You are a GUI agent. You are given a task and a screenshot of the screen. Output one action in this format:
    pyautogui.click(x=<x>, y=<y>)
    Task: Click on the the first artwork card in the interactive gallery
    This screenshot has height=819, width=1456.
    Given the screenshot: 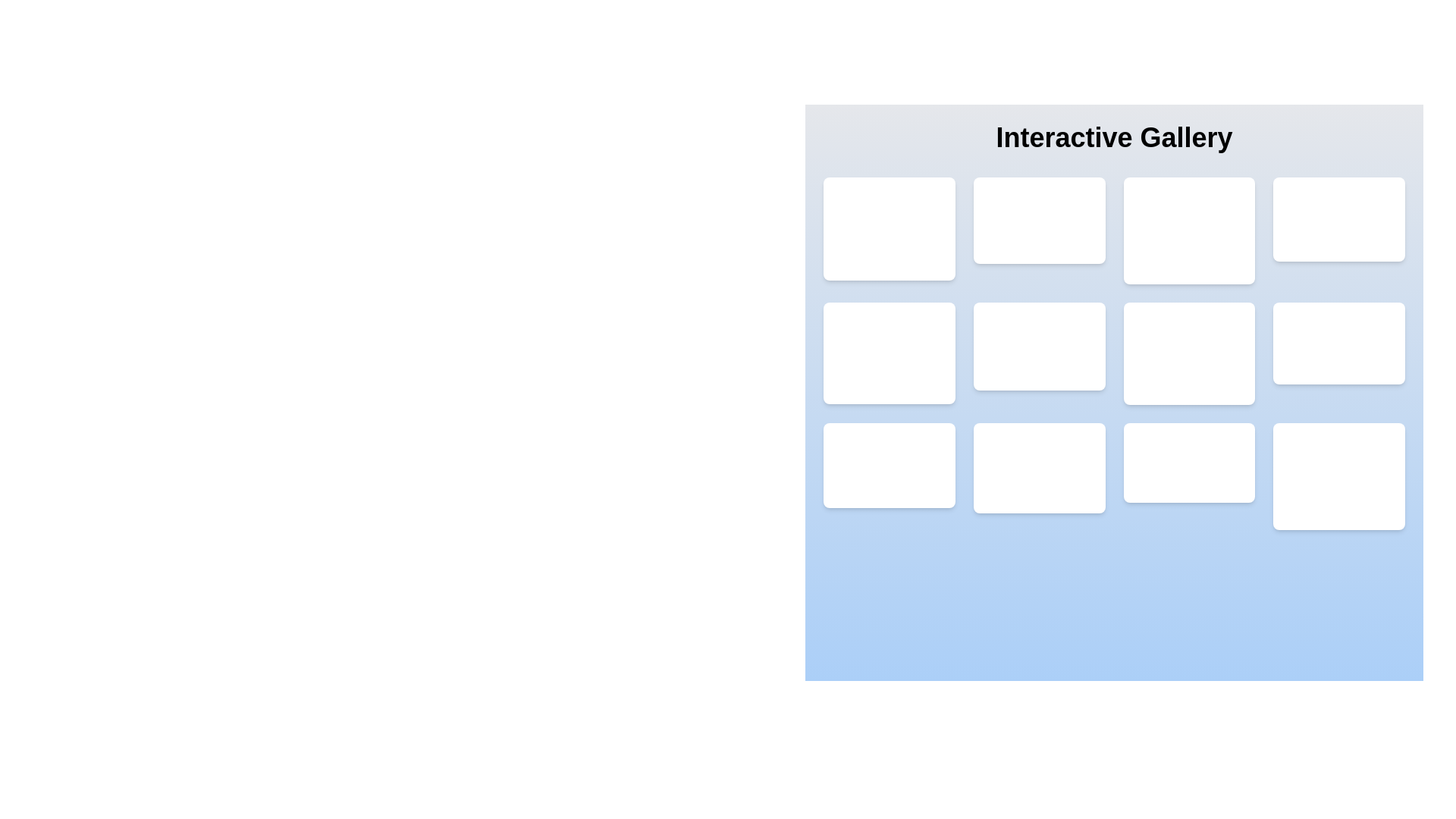 What is the action you would take?
    pyautogui.click(x=889, y=228)
    